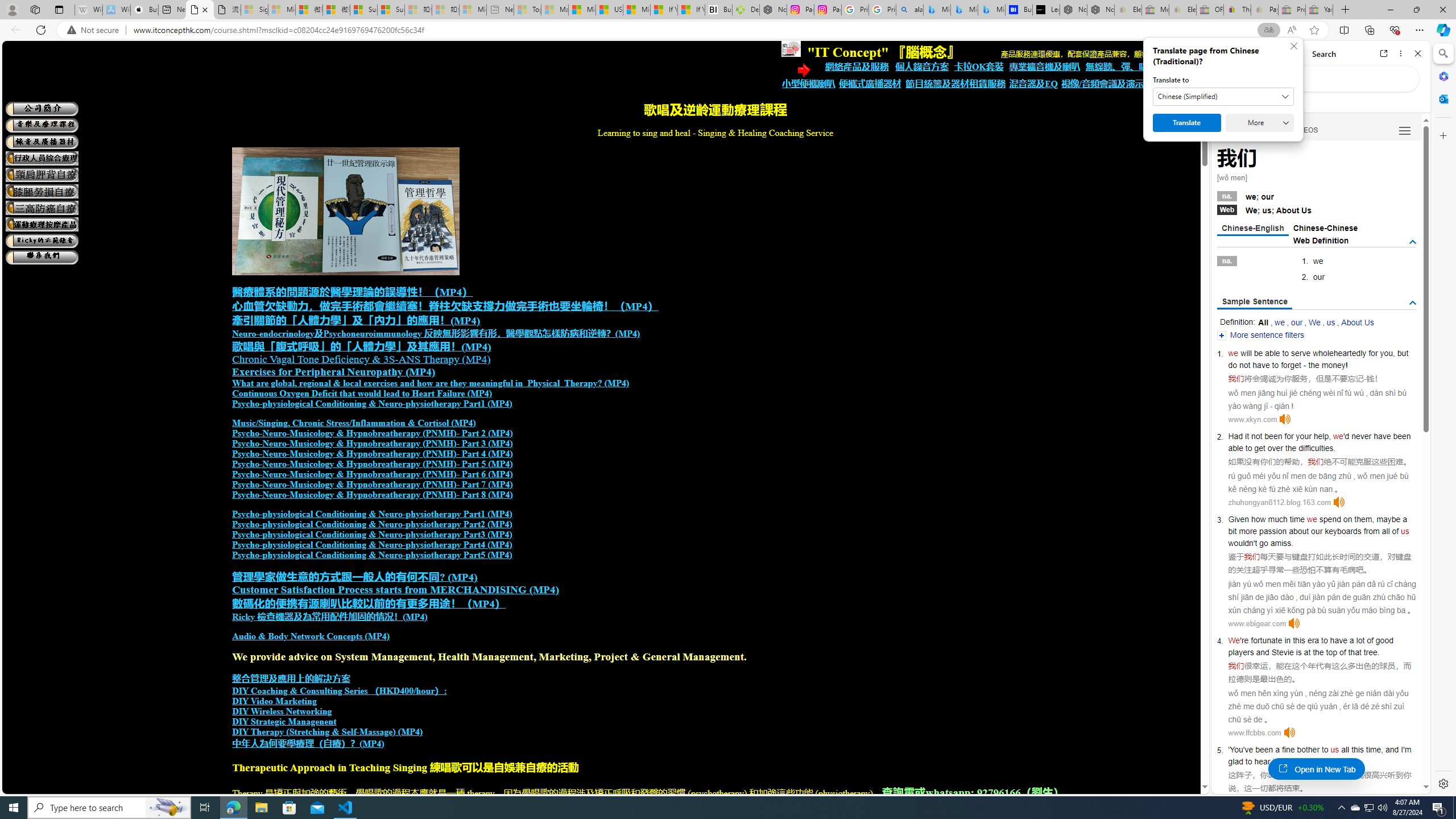 Image resolution: width=1456 pixels, height=819 pixels. Describe the element at coordinates (360, 359) in the screenshot. I see `'Chronic Vagal Tone Deficiency & 3S-ANS Therapy (MP4)'` at that location.